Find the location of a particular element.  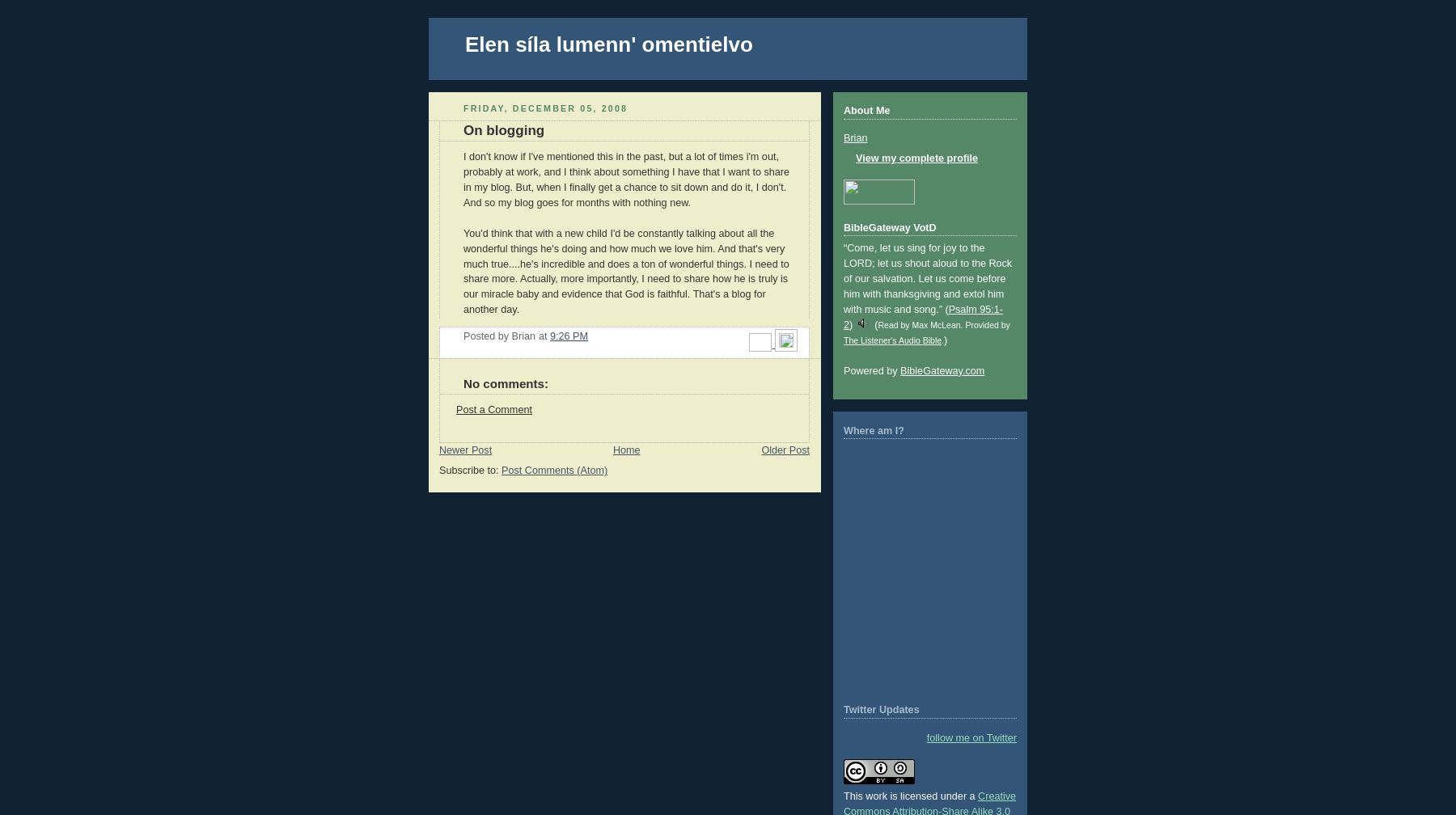

'follow me on Twitter' is located at coordinates (970, 738).